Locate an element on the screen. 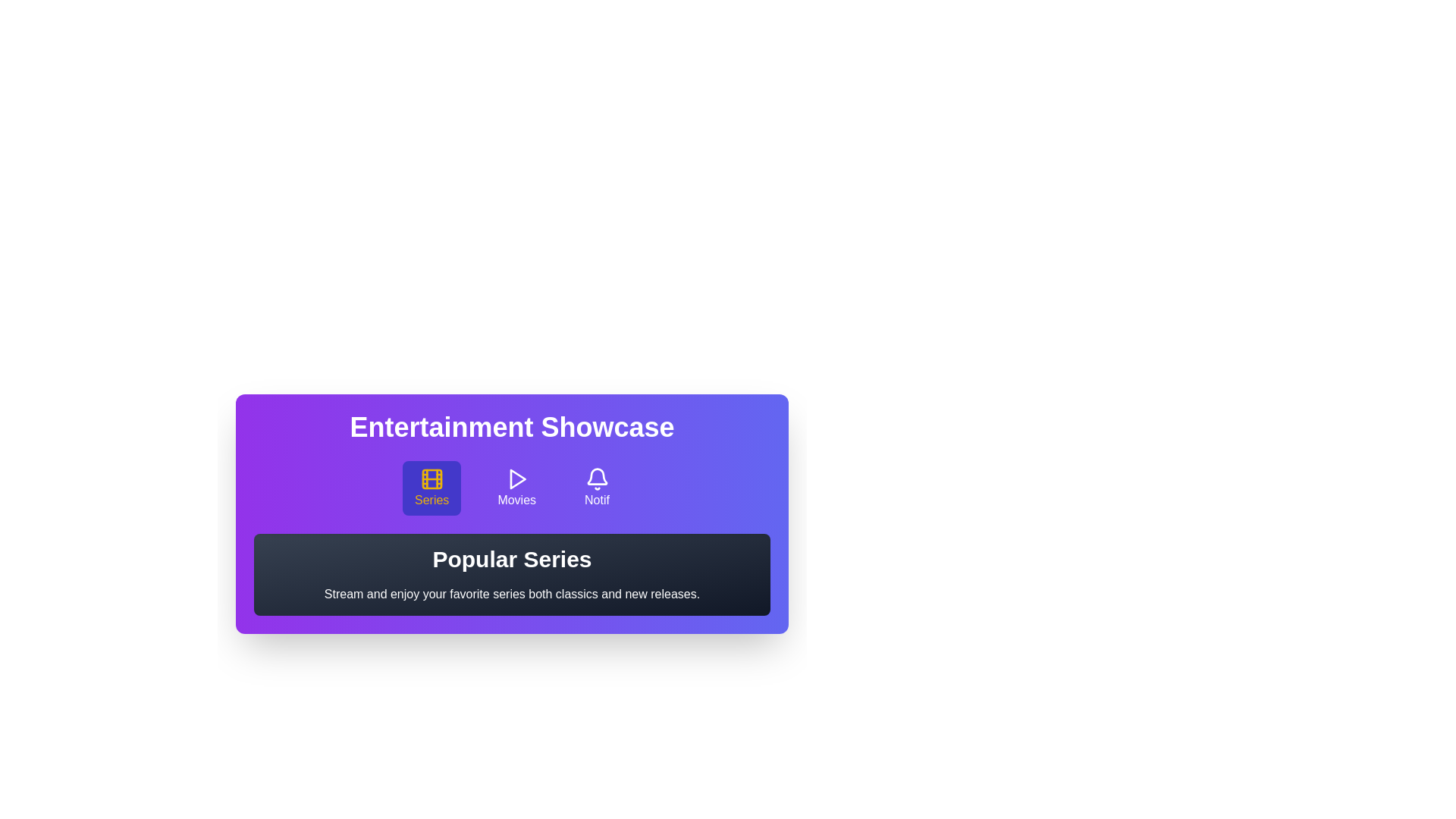  text content of the Header text element that serves as a section title indicating the available content or functionality, specifically highlighting popular series is located at coordinates (512, 559).